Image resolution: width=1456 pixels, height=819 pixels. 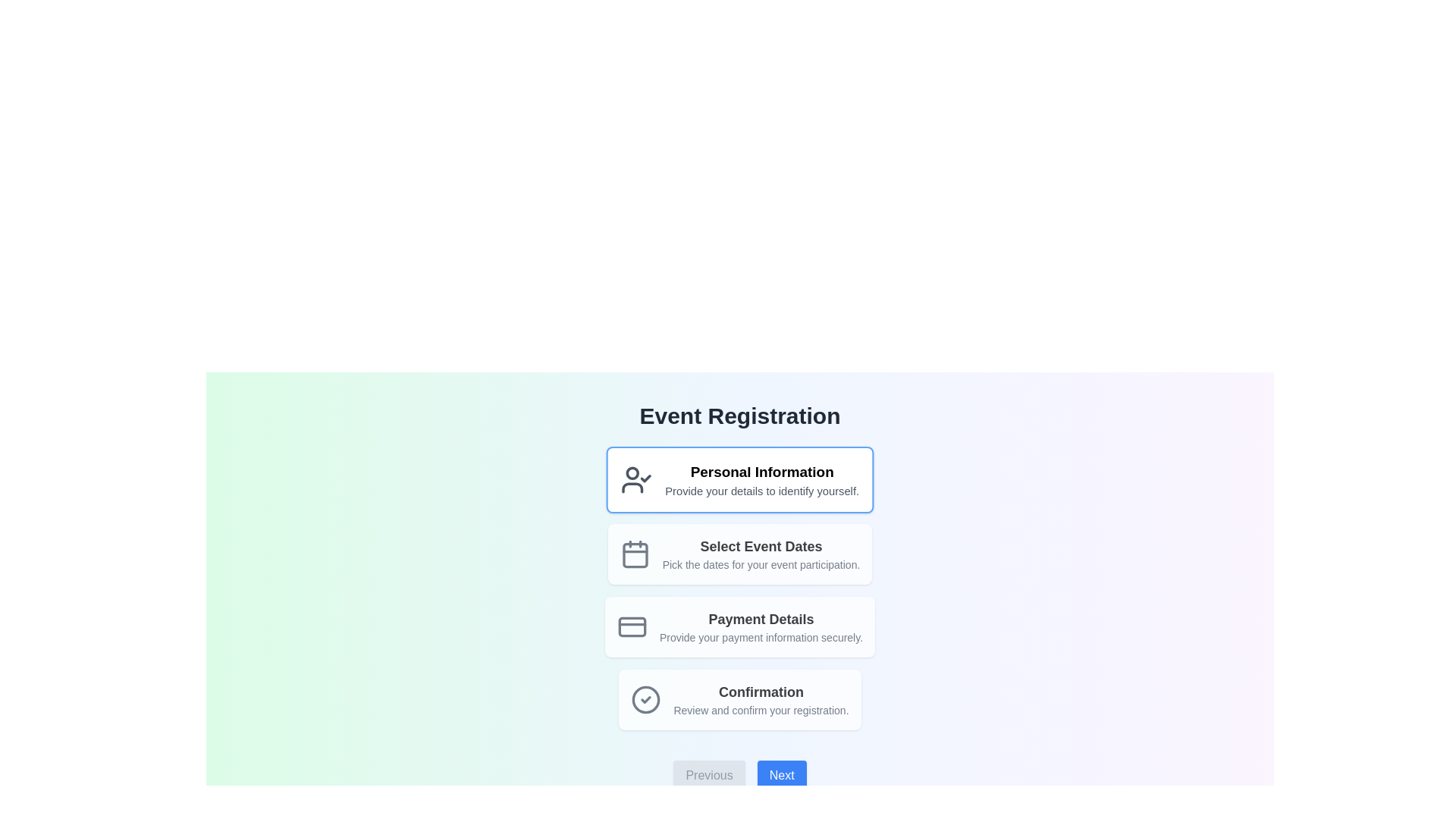 What do you see at coordinates (646, 699) in the screenshot?
I see `the circular confirmation icon with a gray outline and a checkmark inside, located at the bottom of the steps list` at bounding box center [646, 699].